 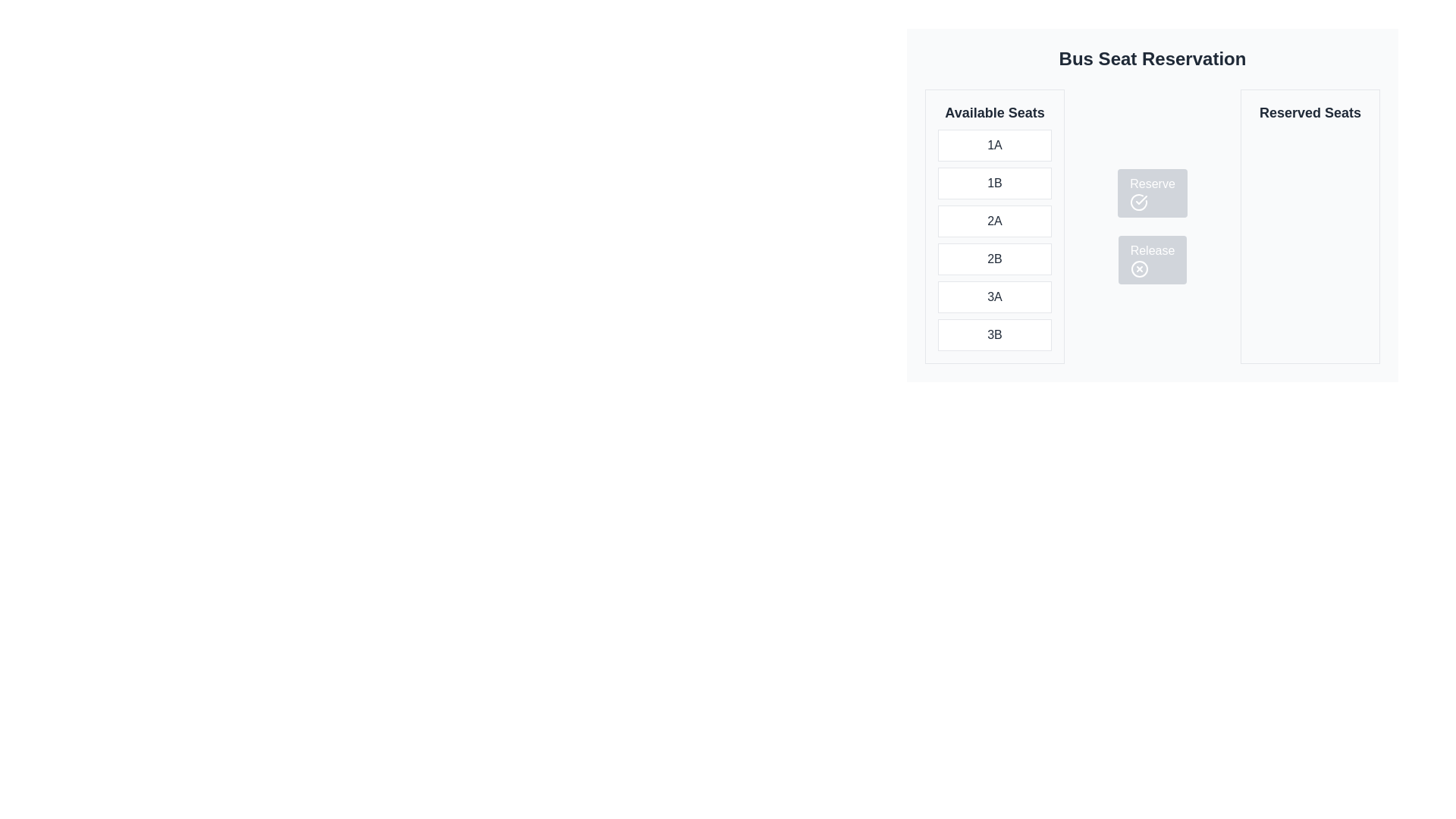 I want to click on the button representing bus seat '2B', which is located in the 'Available Seats' section and is the fourth button in a vertical list of six options, so click(x=994, y=259).